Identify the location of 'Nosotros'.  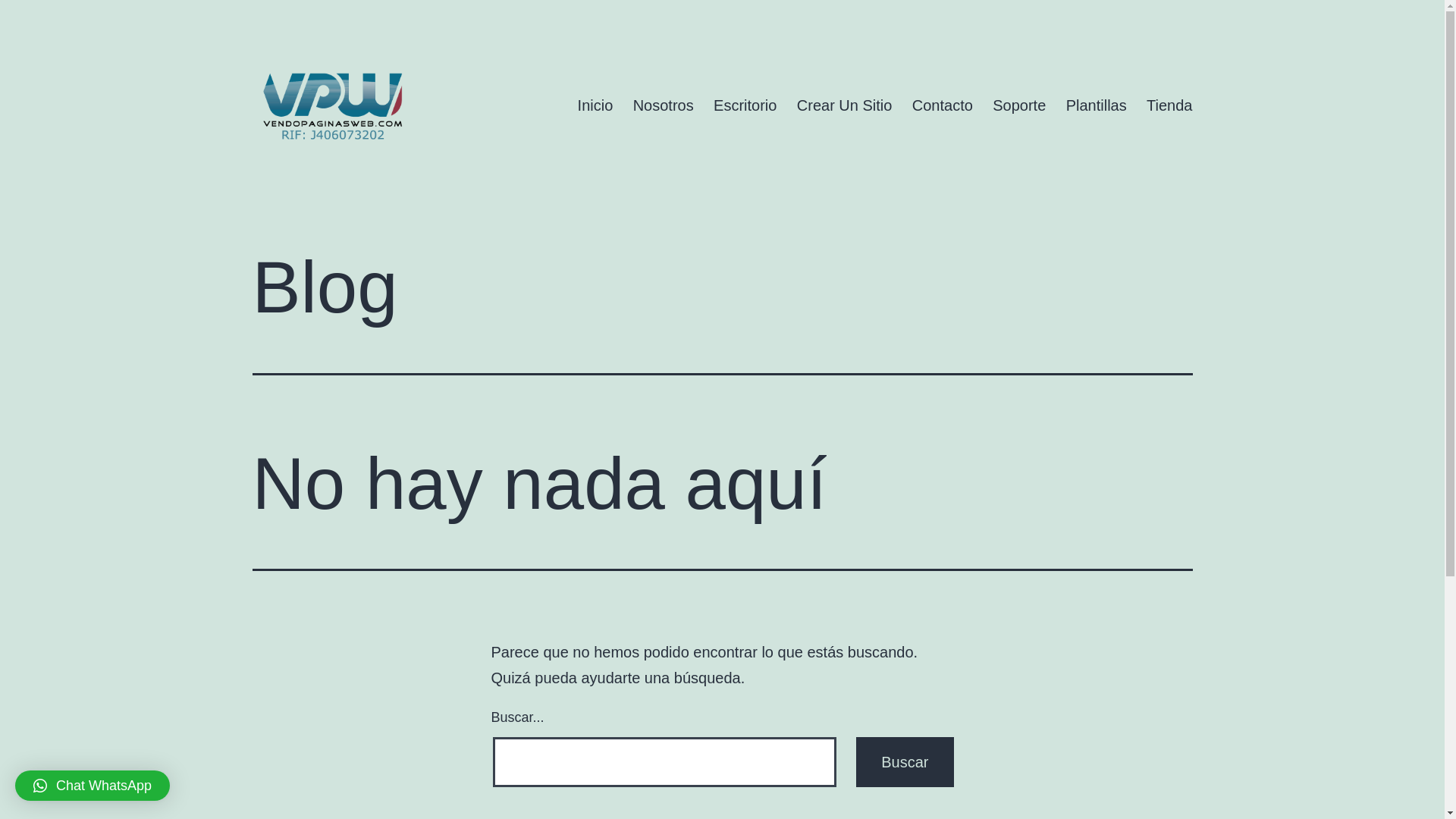
(662, 104).